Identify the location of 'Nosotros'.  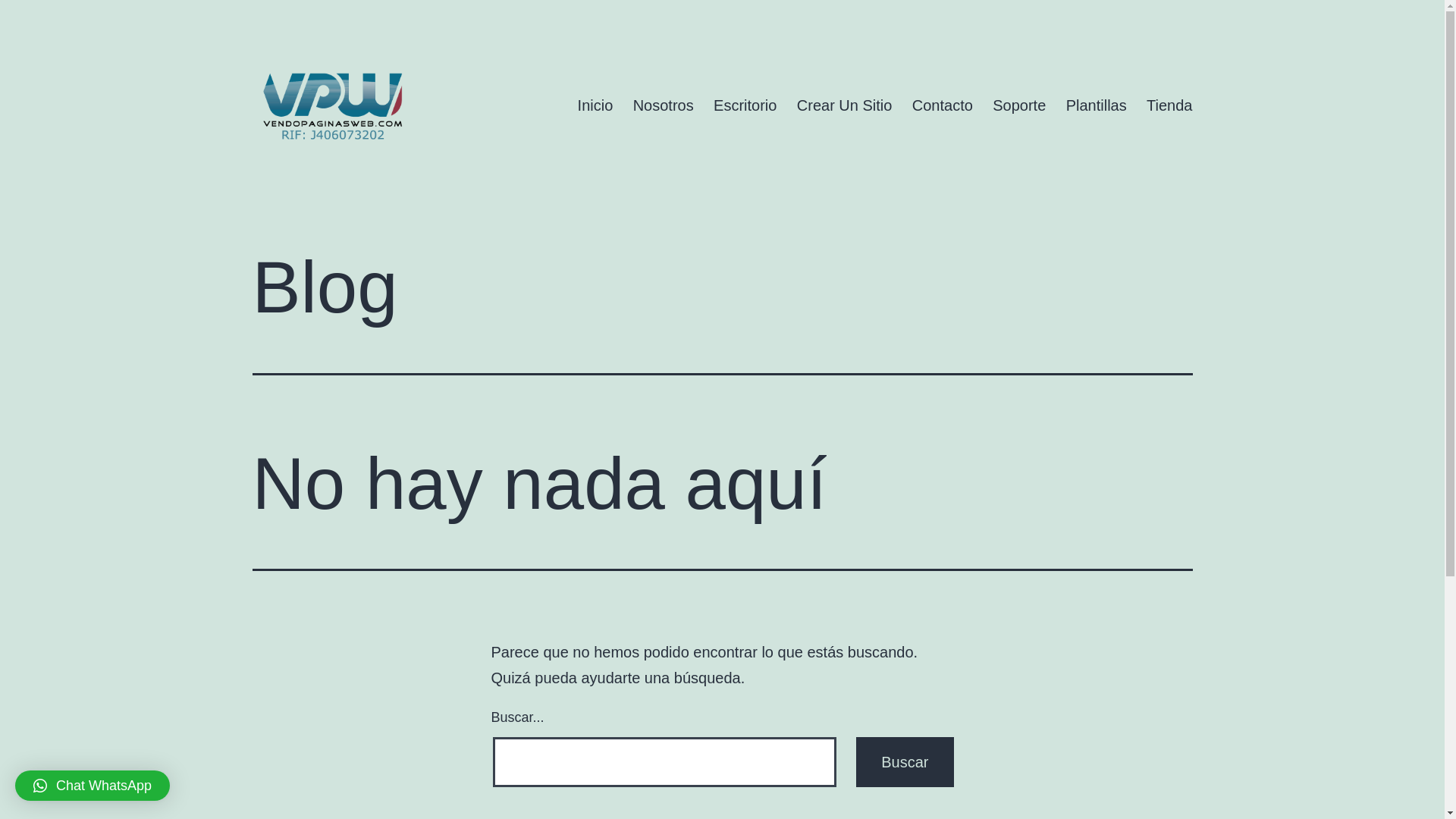
(662, 104).